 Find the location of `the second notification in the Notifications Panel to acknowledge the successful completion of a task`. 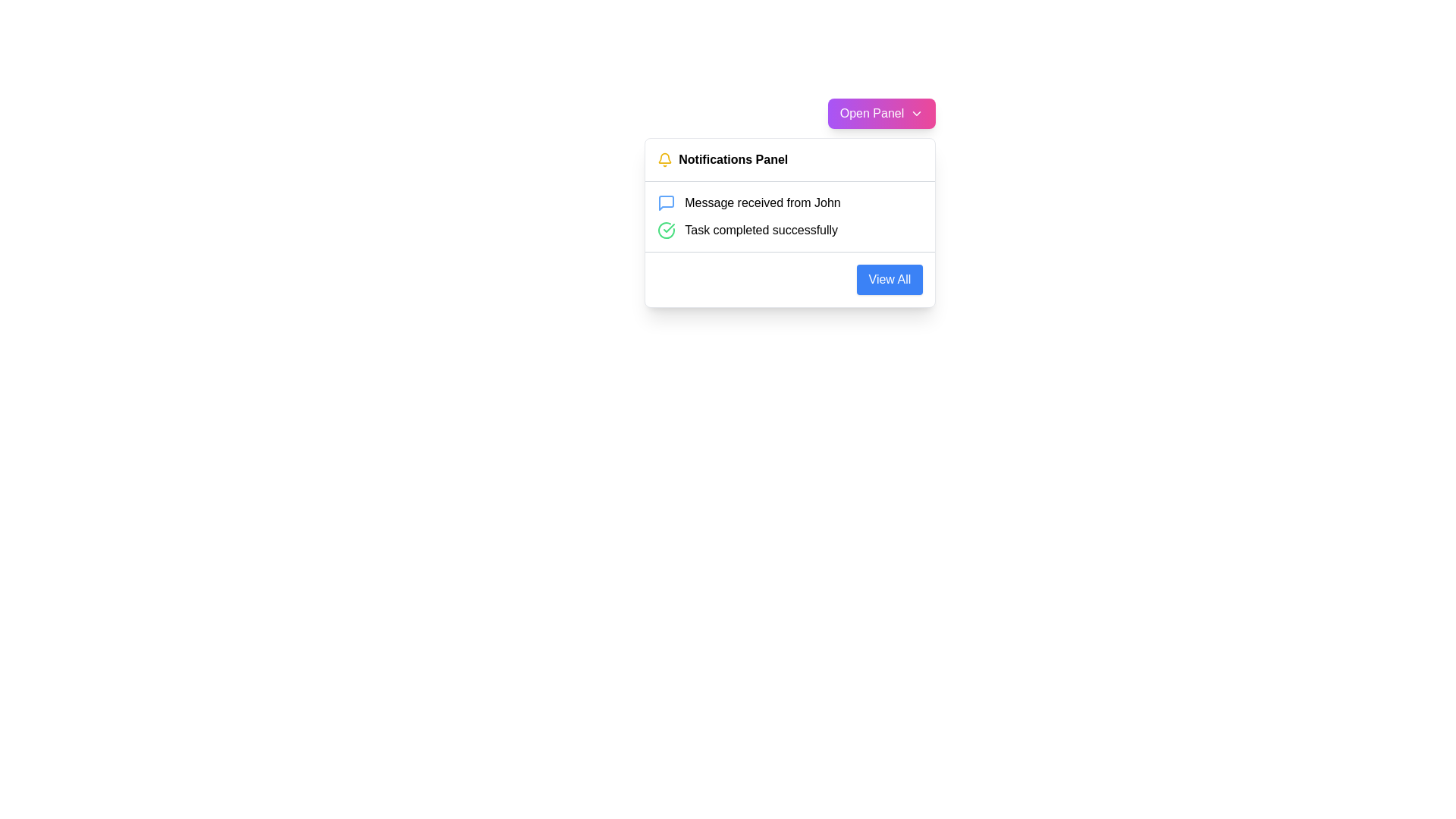

the second notification in the Notifications Panel to acknowledge the successful completion of a task is located at coordinates (789, 231).